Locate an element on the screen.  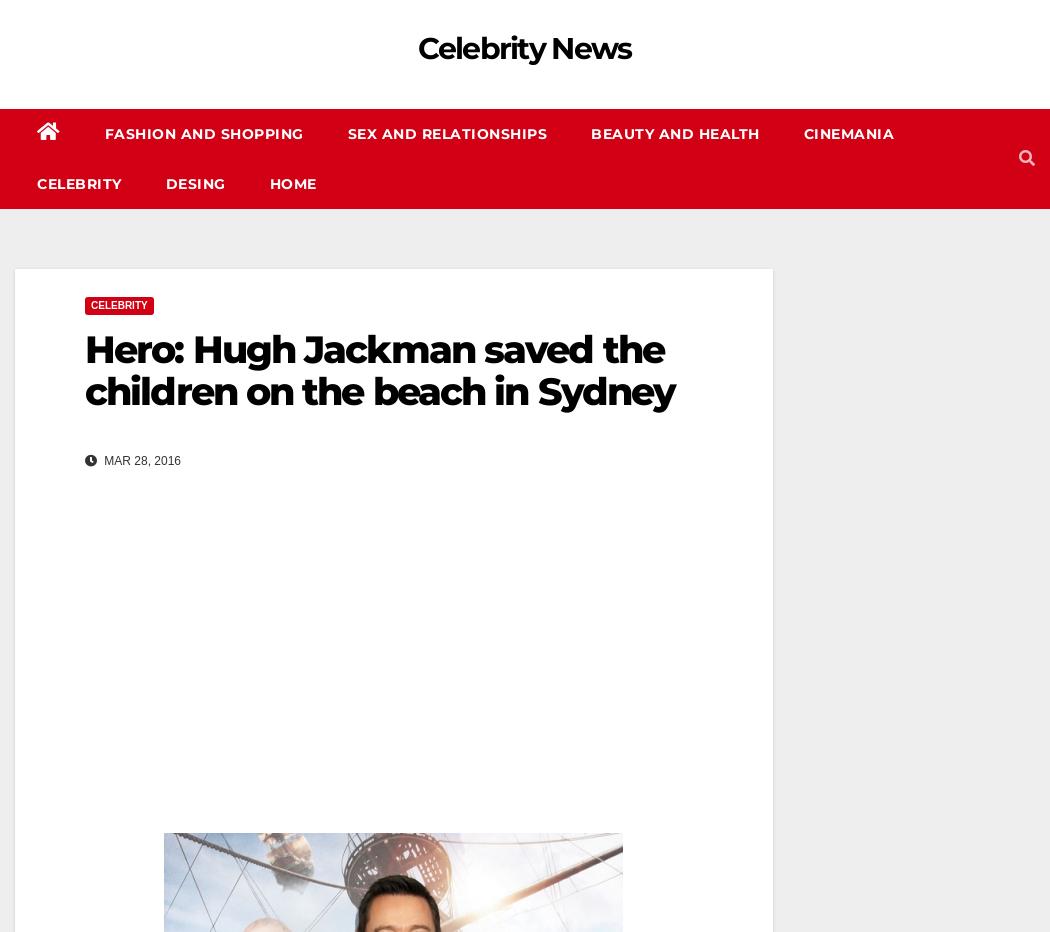
'Mar 28, 2016' is located at coordinates (140, 460).